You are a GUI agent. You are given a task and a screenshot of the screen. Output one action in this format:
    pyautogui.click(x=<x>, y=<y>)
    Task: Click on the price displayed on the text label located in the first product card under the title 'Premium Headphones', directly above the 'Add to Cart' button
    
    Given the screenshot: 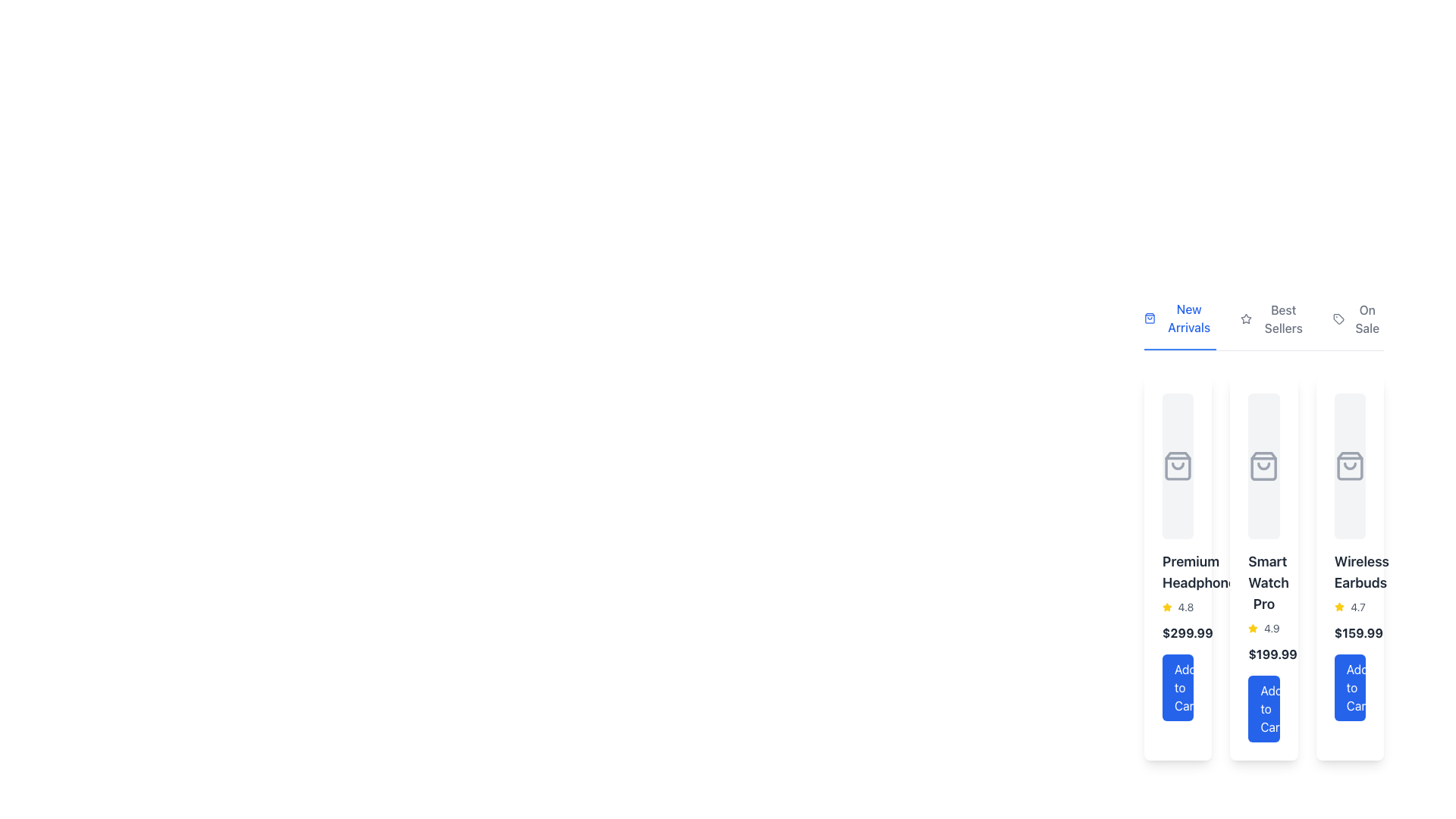 What is the action you would take?
    pyautogui.click(x=1177, y=632)
    